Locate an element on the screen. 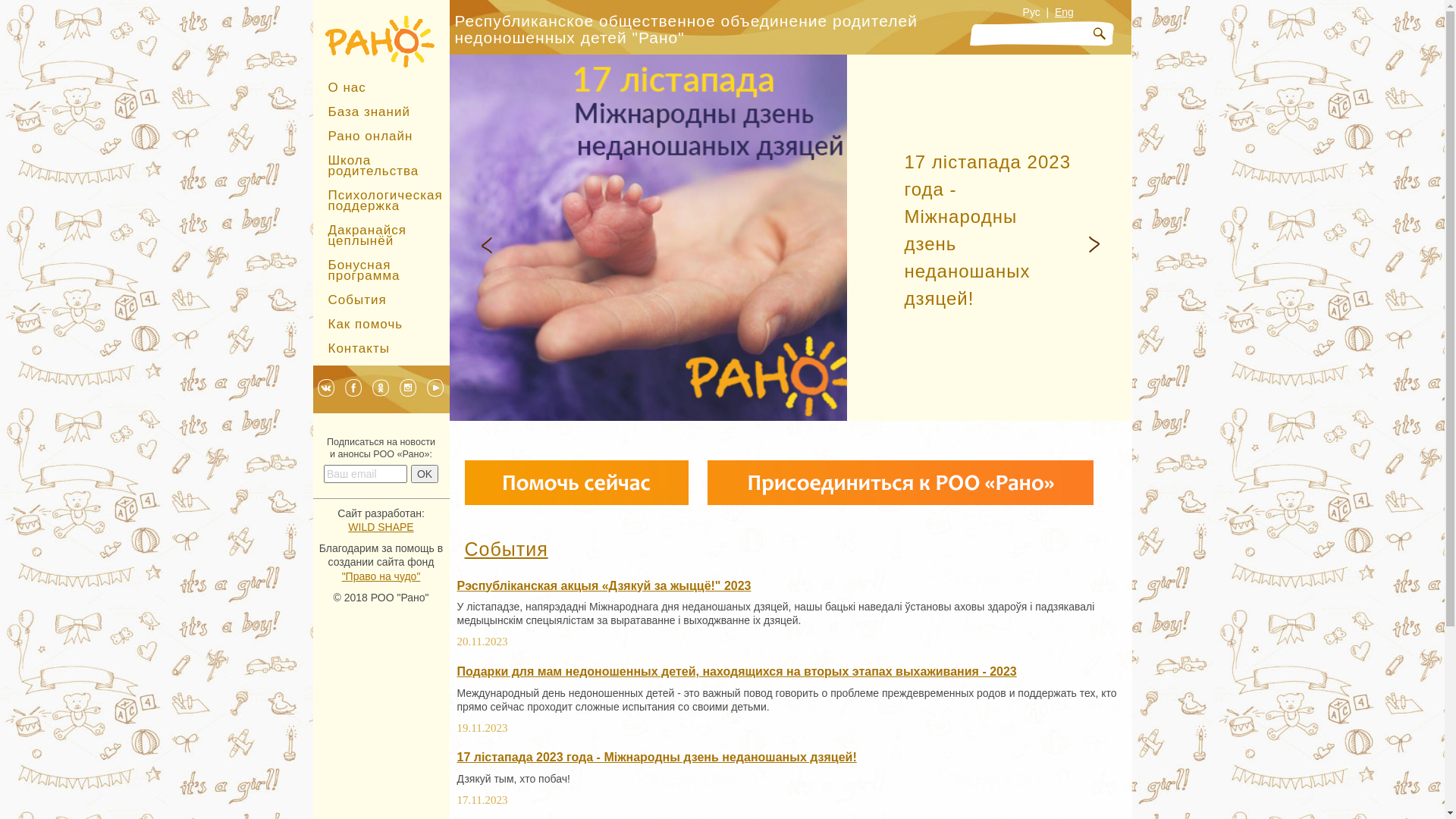 This screenshot has height=819, width=1456. 'Eng' is located at coordinates (1063, 11).